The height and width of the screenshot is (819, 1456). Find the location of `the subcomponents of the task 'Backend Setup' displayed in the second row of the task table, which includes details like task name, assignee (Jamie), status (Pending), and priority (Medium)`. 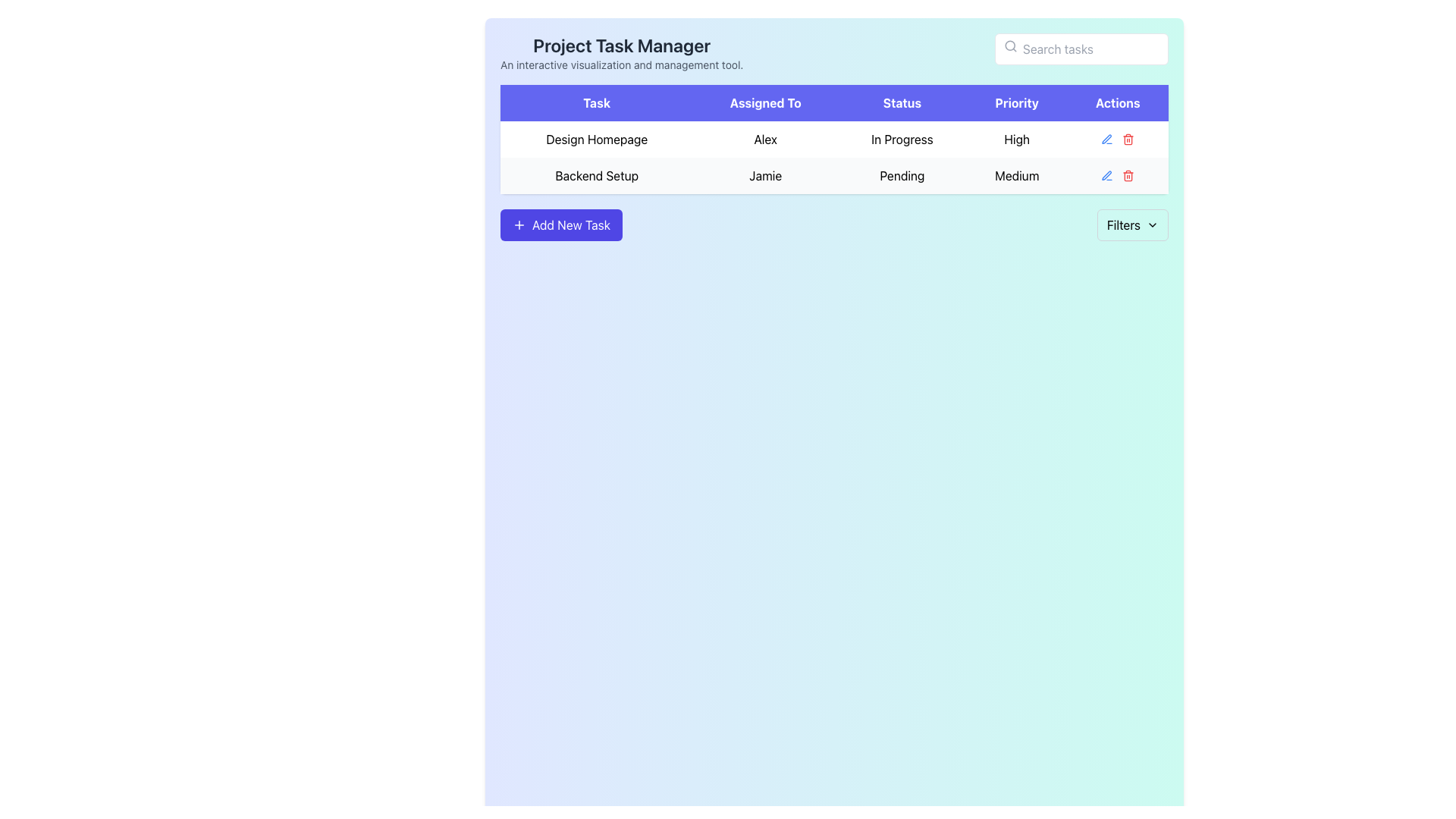

the subcomponents of the task 'Backend Setup' displayed in the second row of the task table, which includes details like task name, assignee (Jamie), status (Pending), and priority (Medium) is located at coordinates (833, 174).